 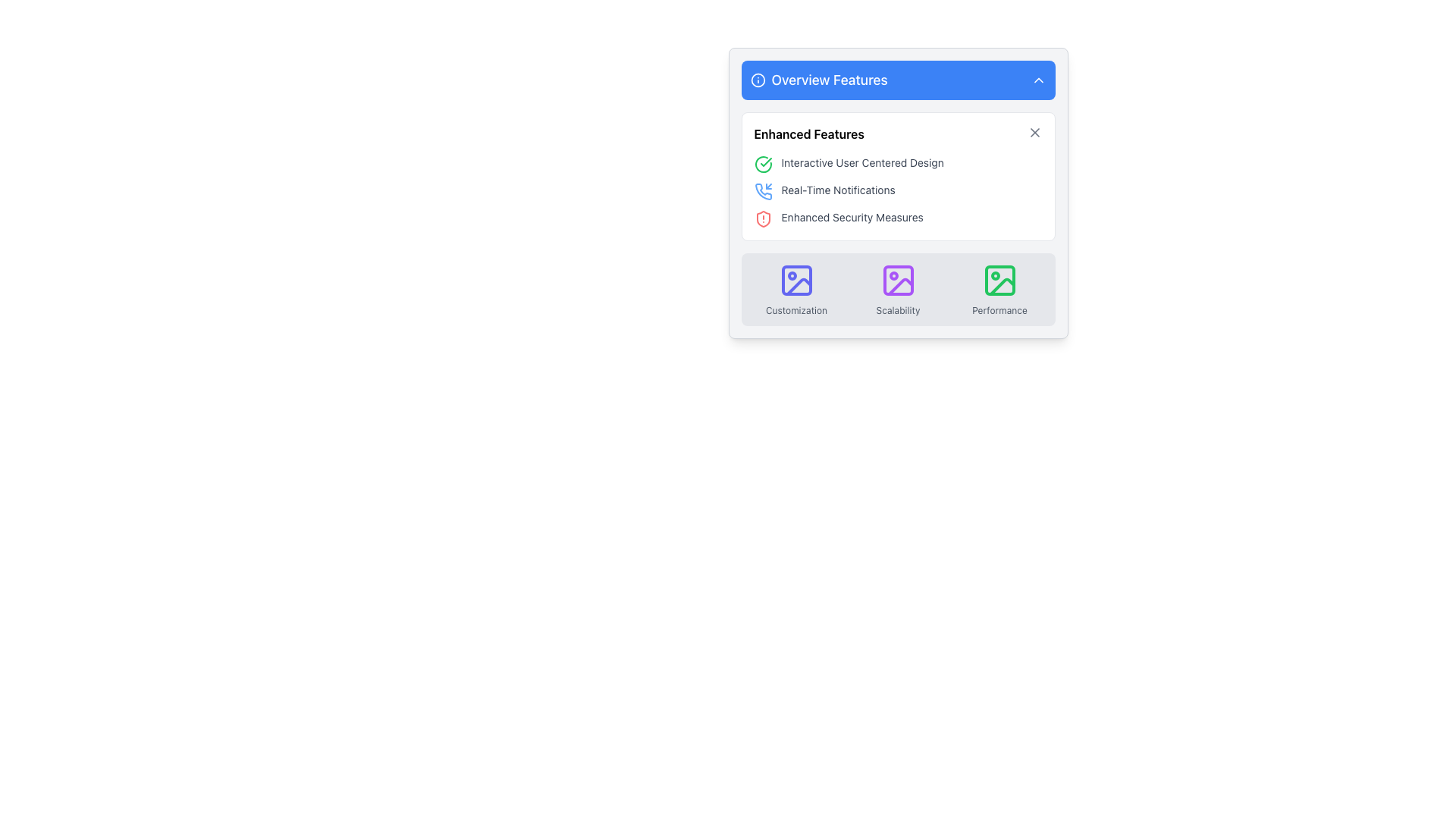 What do you see at coordinates (798, 287) in the screenshot?
I see `the diagonal line or curve within the light indigo square icon located at the bottom left section of the interface, adjacent to the 'Scalability' and 'Performance' icons` at bounding box center [798, 287].